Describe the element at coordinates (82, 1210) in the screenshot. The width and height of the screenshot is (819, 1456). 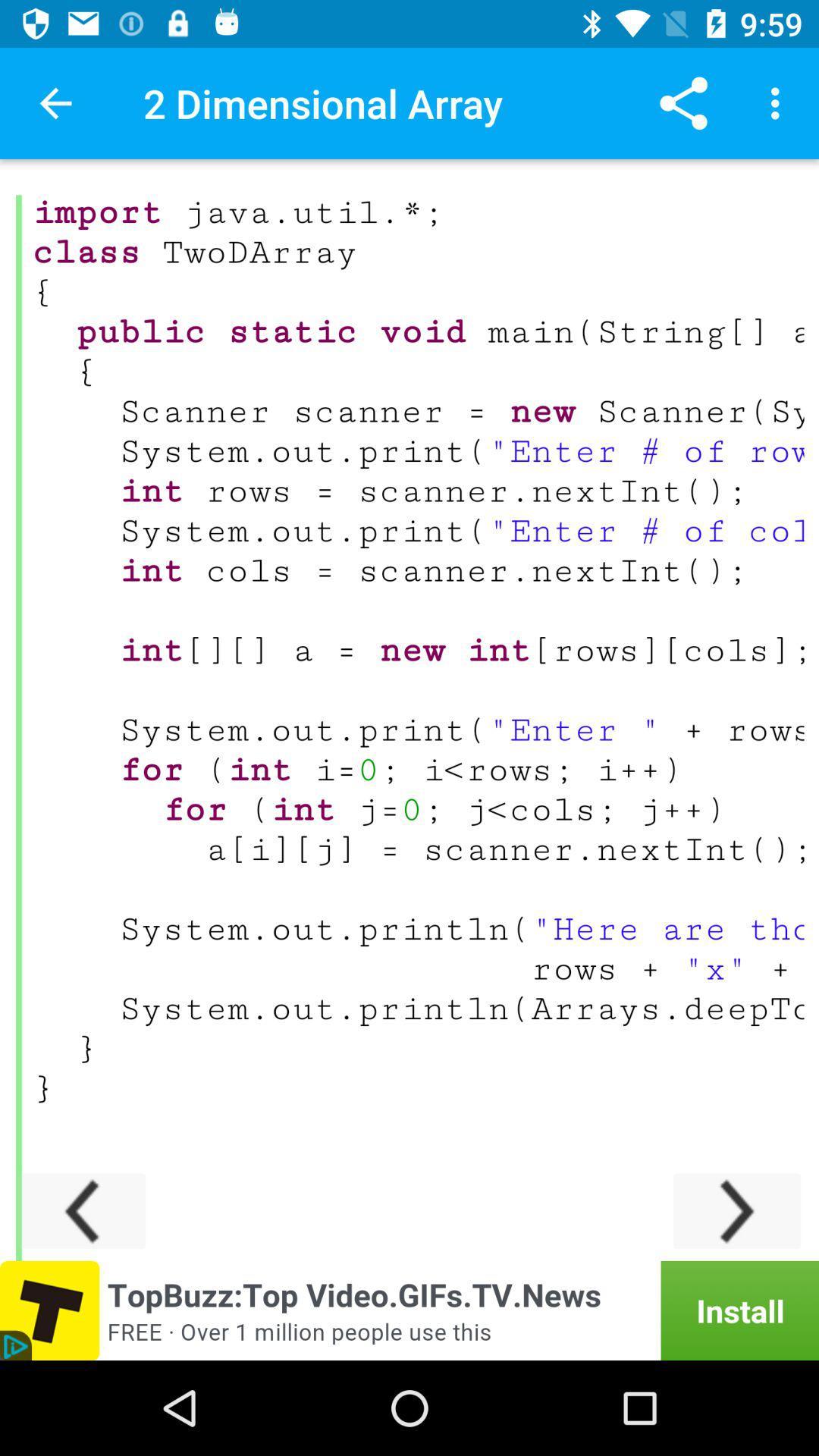
I see `back button` at that location.